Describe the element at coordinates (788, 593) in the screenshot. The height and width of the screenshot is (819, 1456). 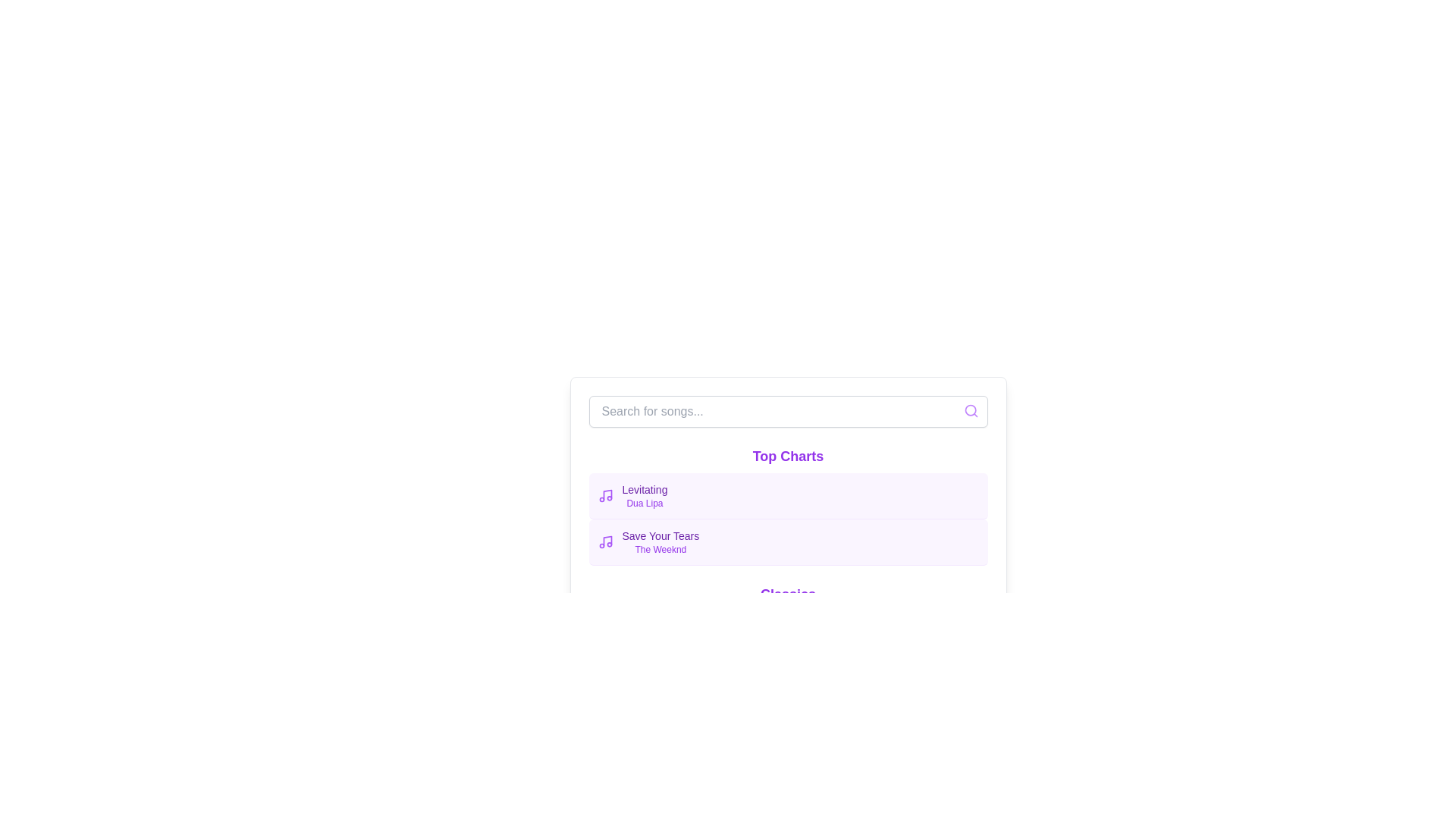
I see `the 'Classics' text label located at the bottom of the 'Top Charts' list` at that location.